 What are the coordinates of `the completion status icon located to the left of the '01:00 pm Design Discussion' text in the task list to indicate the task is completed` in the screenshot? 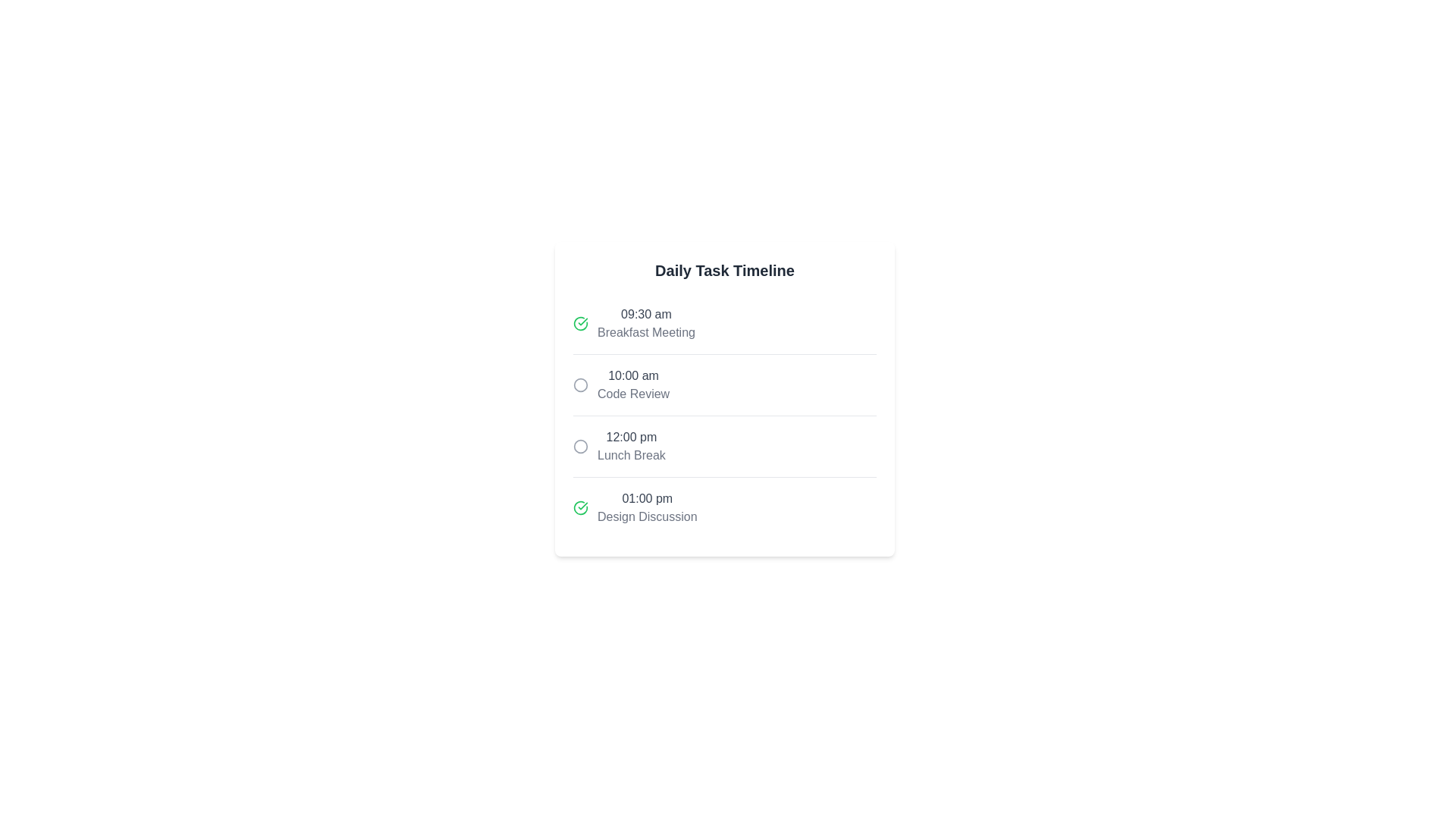 It's located at (580, 508).